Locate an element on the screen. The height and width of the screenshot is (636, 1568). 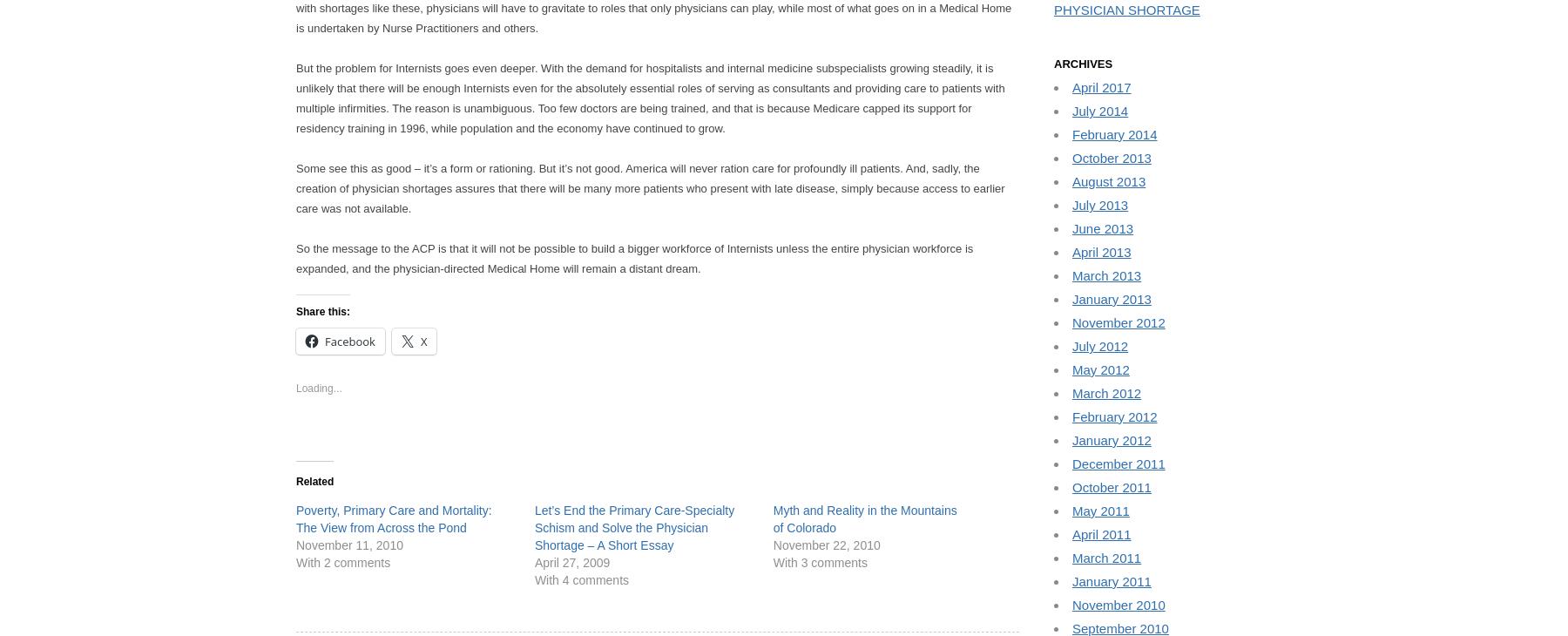
'Facebook' is located at coordinates (349, 339).